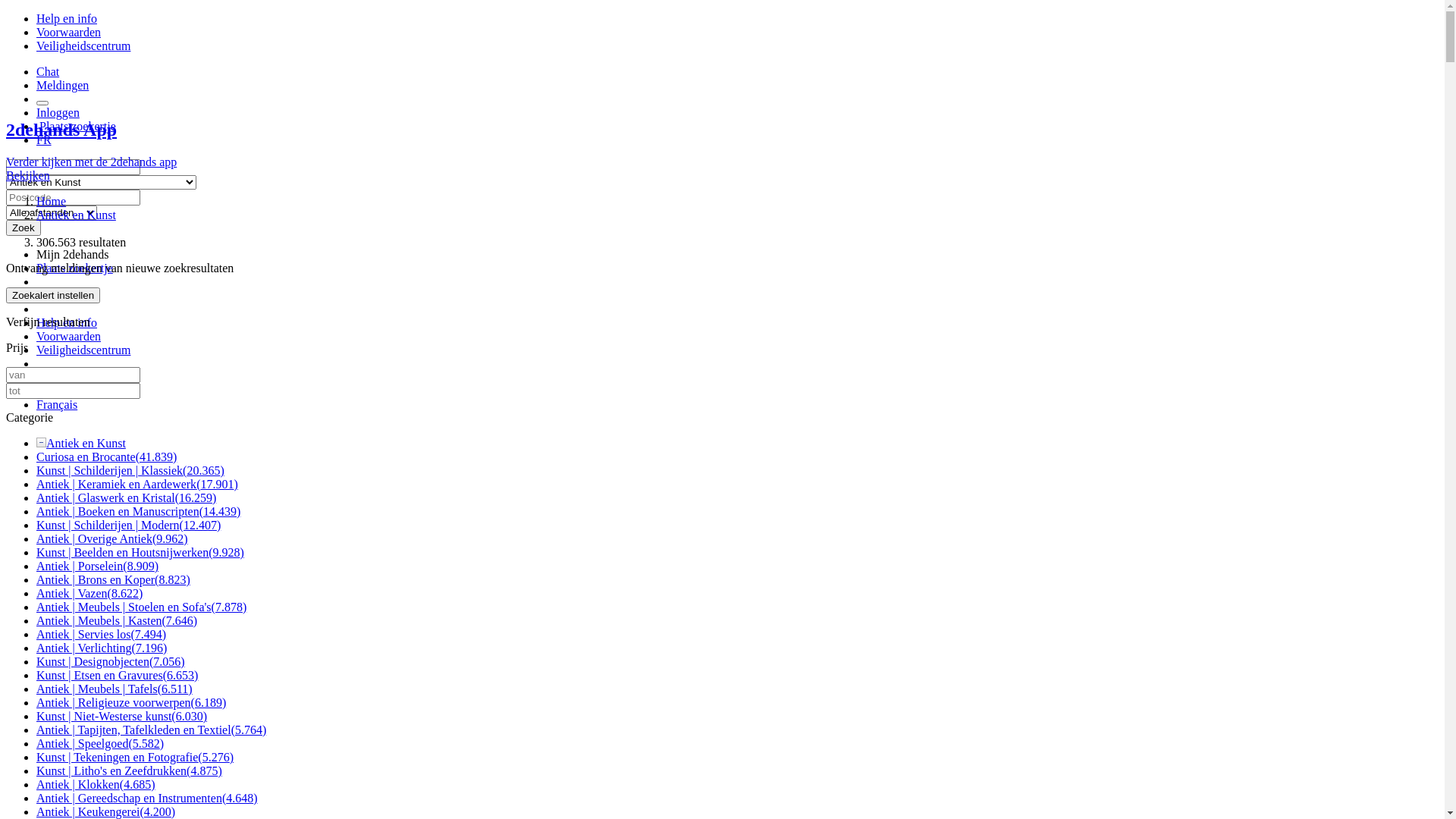  I want to click on 'Antiek | Keukengerei(4.200)', so click(105, 811).